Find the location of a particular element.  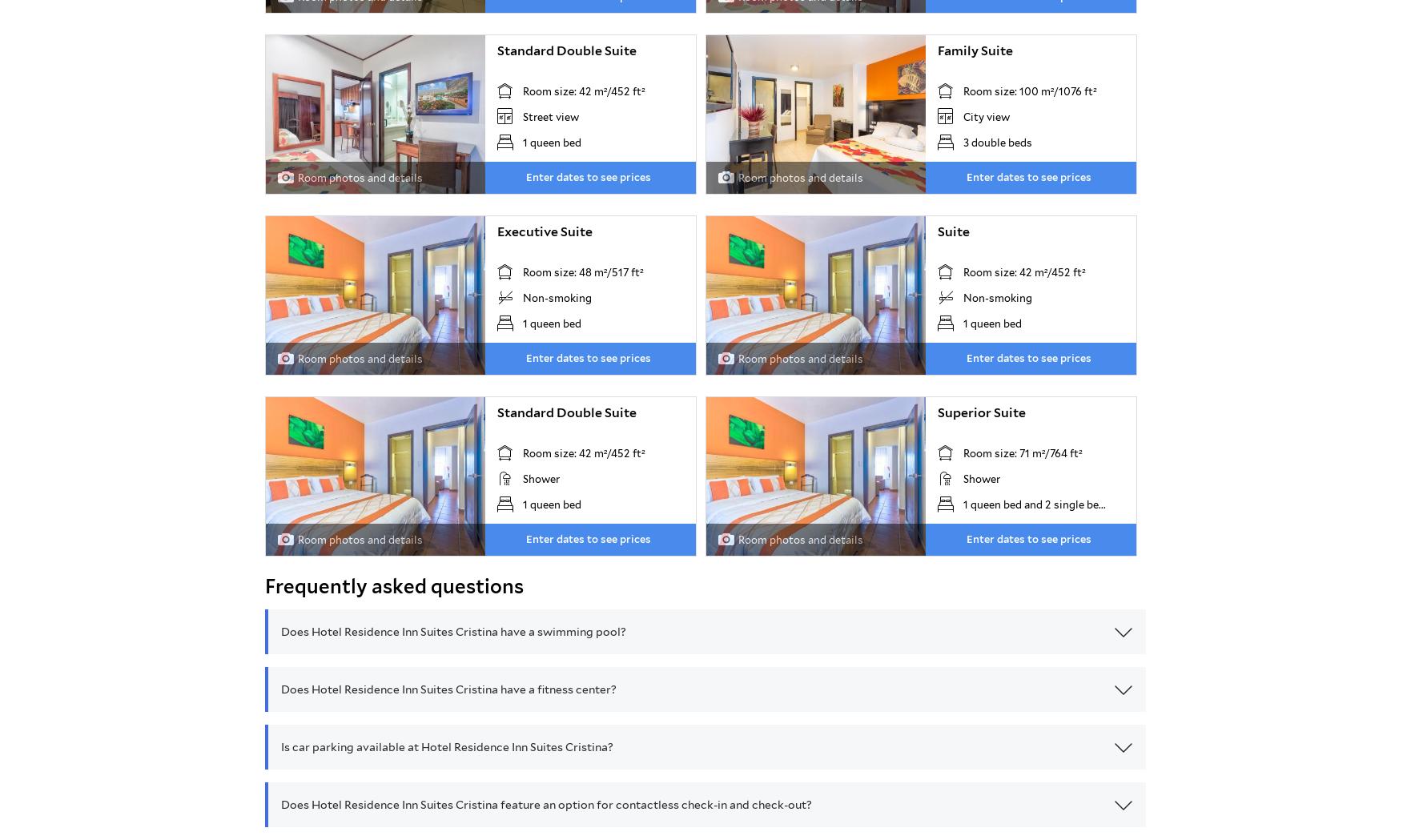

'Executive Suite' is located at coordinates (544, 231).